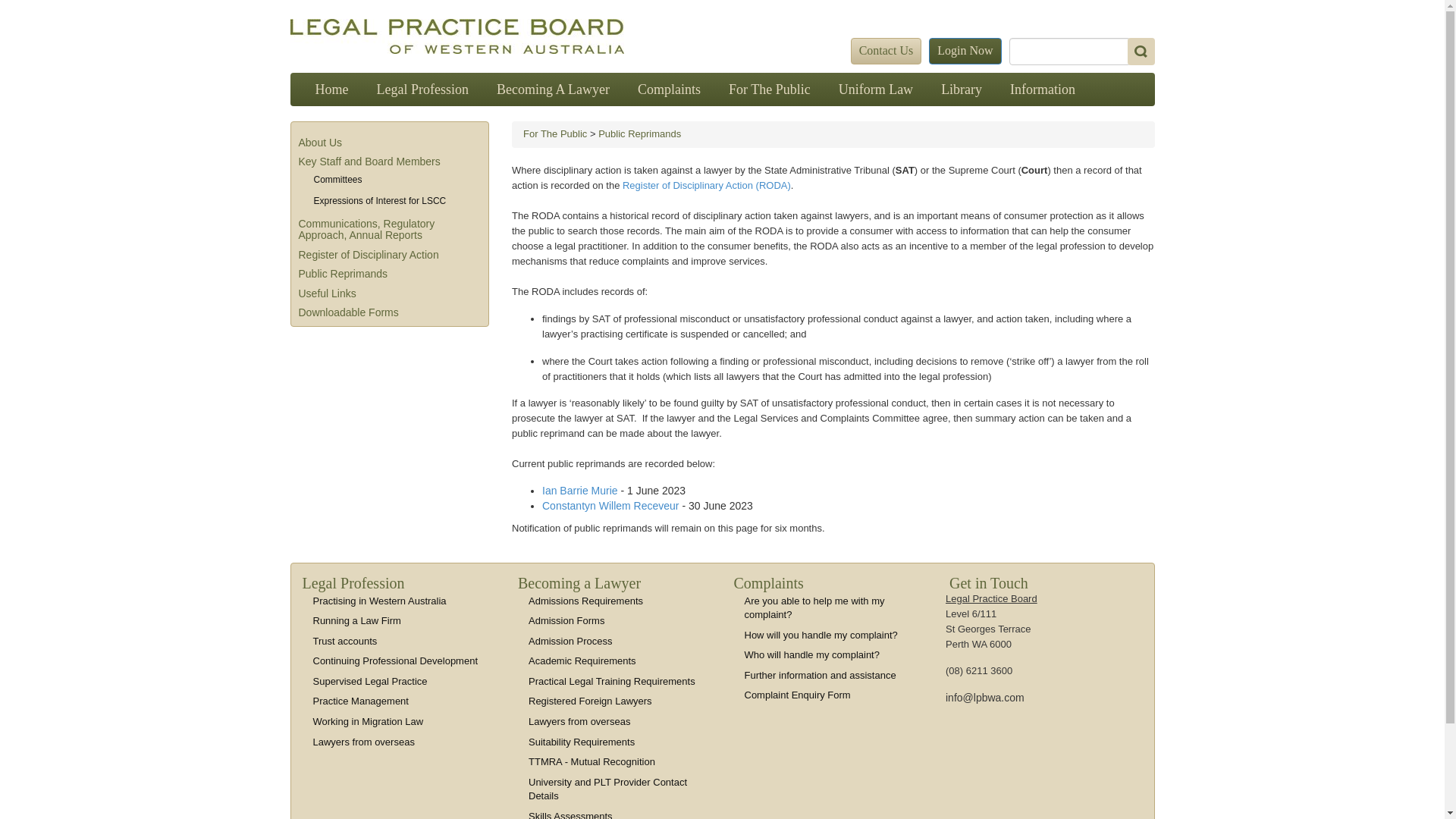 Image resolution: width=1456 pixels, height=819 pixels. Describe the element at coordinates (348, 312) in the screenshot. I see `'Downloadable Forms'` at that location.